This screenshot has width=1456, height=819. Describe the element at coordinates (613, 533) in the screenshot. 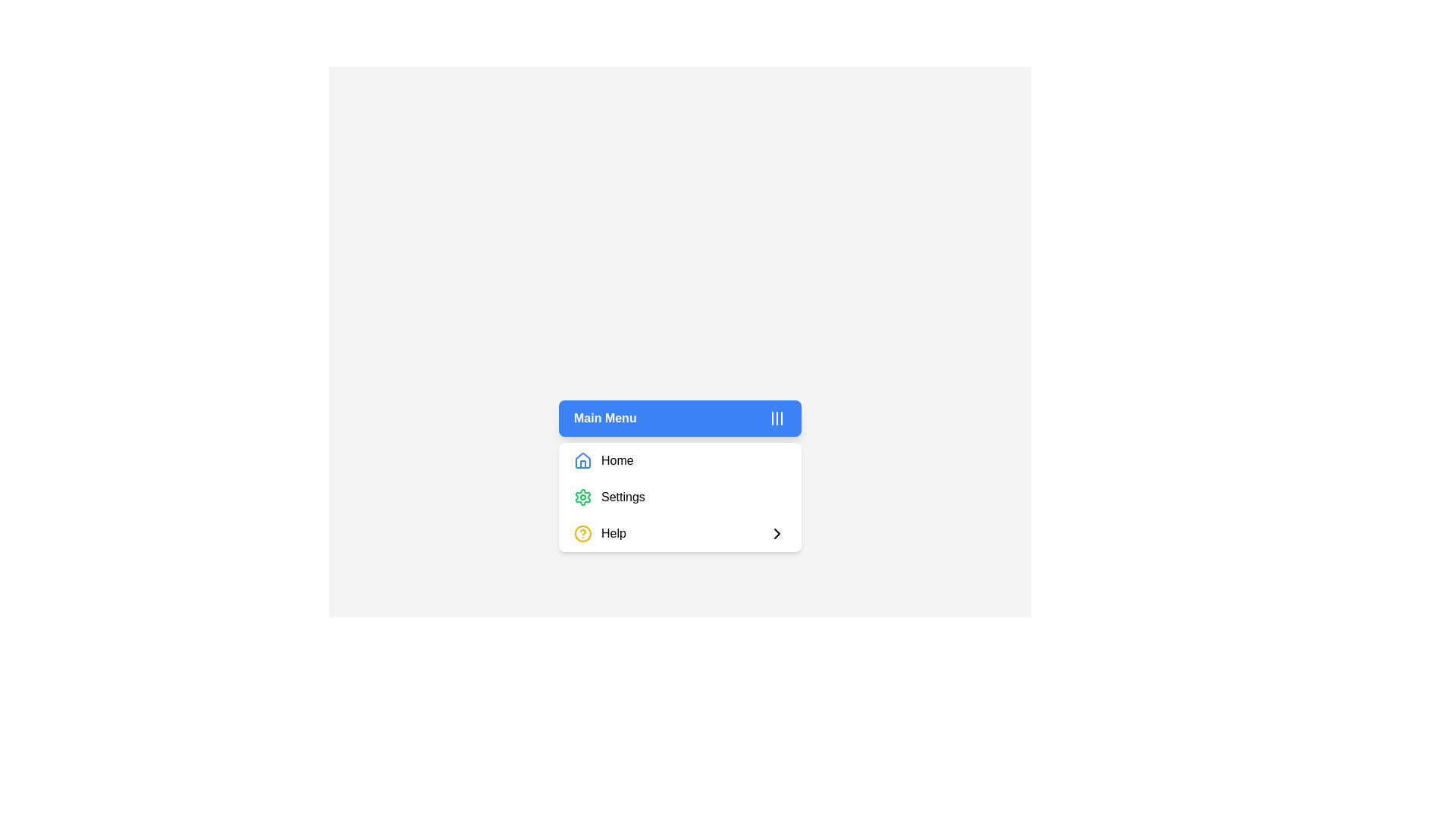

I see `the 'Help' text label located in the bottom-most line item of the dropdown menu, which is accompanied by a yellow circle icon with a question mark on the left and an arrow on the right` at that location.